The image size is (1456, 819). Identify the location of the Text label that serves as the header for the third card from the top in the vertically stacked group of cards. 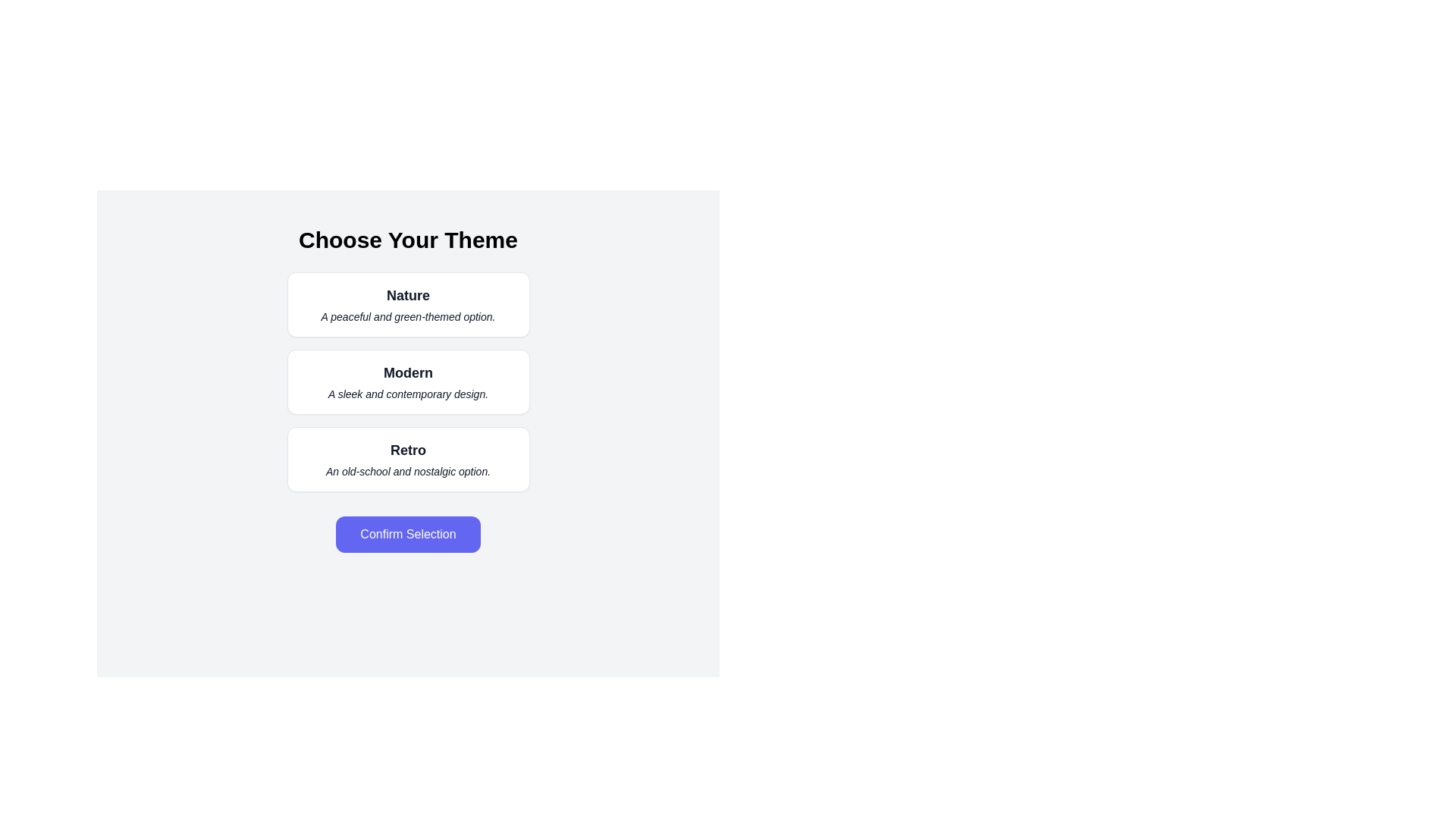
(408, 450).